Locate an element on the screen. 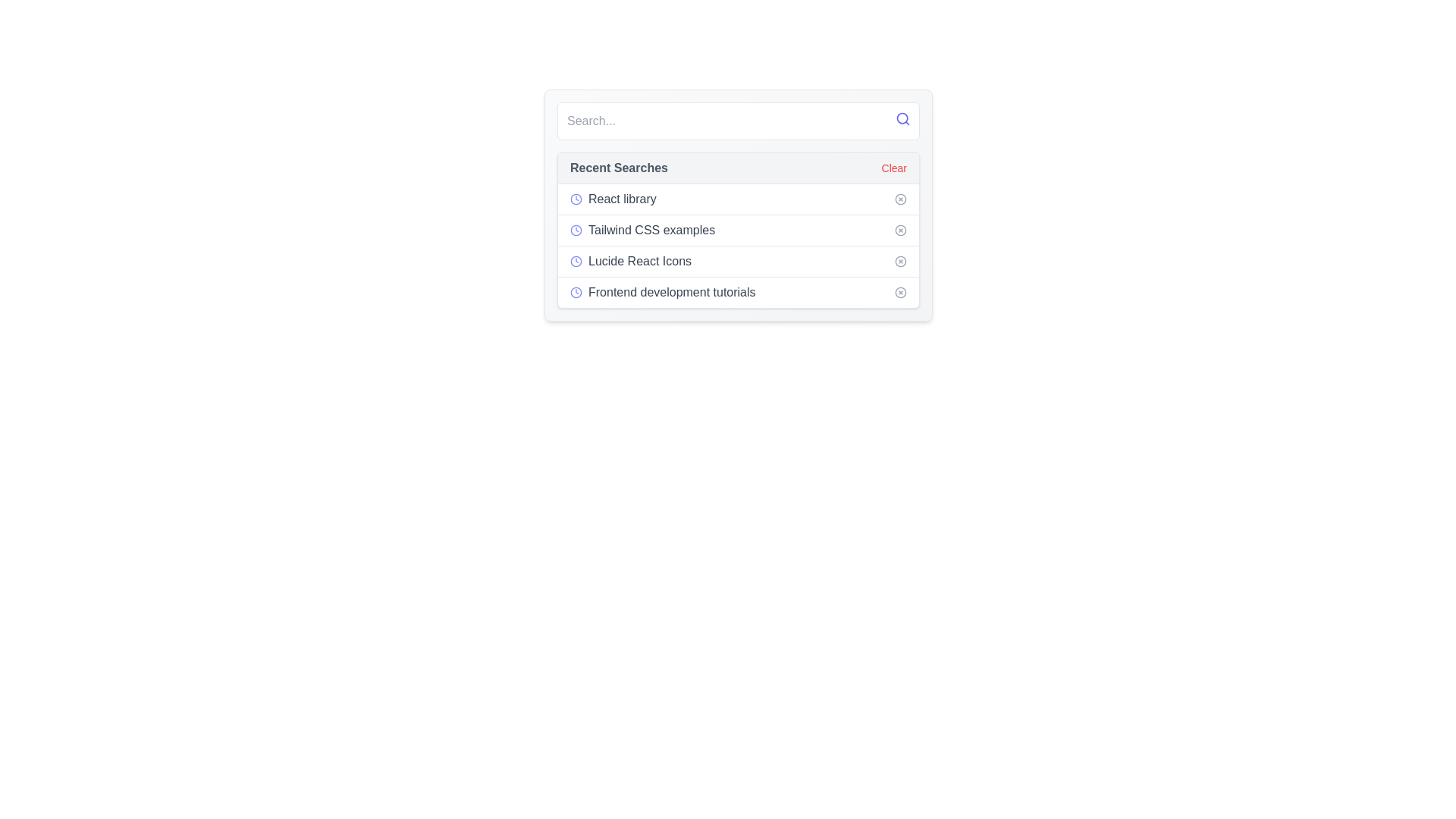  the text entry in the 'Recent Searches' section that displays a search query, which is positioned to the right of a clock icon and is the second item in the list is located at coordinates (651, 231).